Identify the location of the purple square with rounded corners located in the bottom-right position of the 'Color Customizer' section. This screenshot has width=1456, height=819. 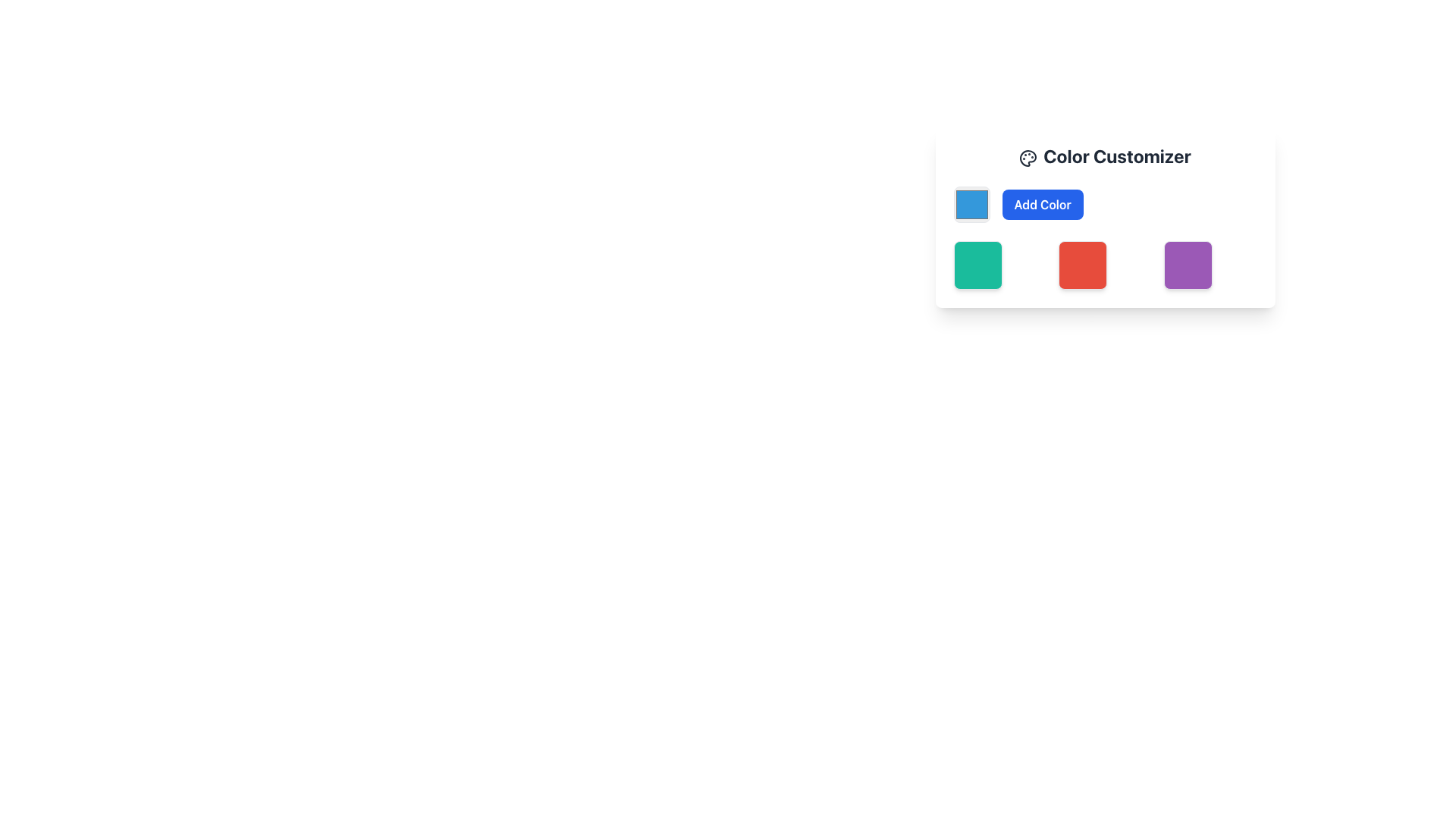
(1187, 265).